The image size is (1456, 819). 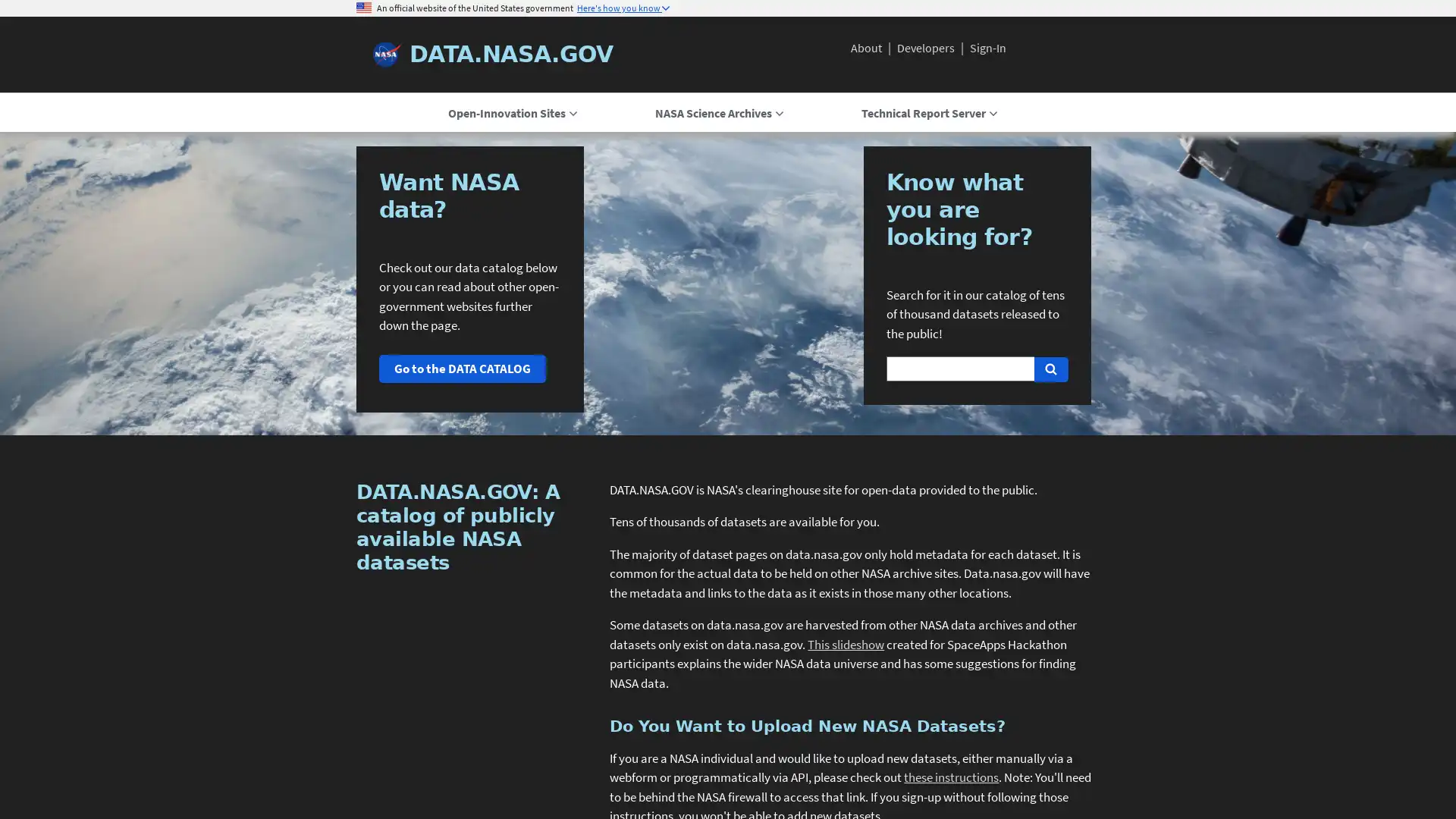 What do you see at coordinates (1050, 369) in the screenshot?
I see `Search` at bounding box center [1050, 369].